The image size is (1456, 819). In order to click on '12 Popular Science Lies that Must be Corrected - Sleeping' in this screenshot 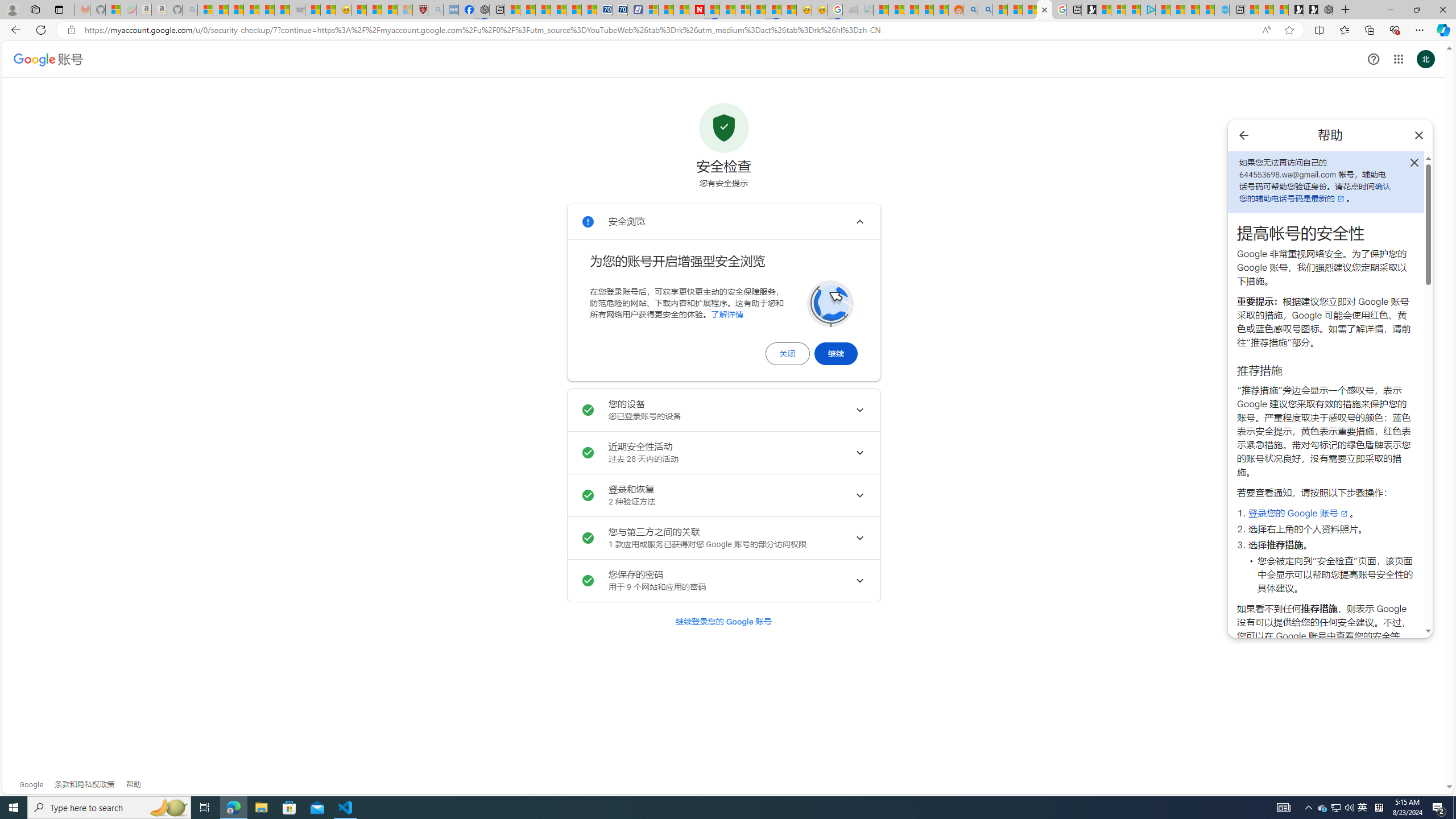, I will do `click(405, 9)`.